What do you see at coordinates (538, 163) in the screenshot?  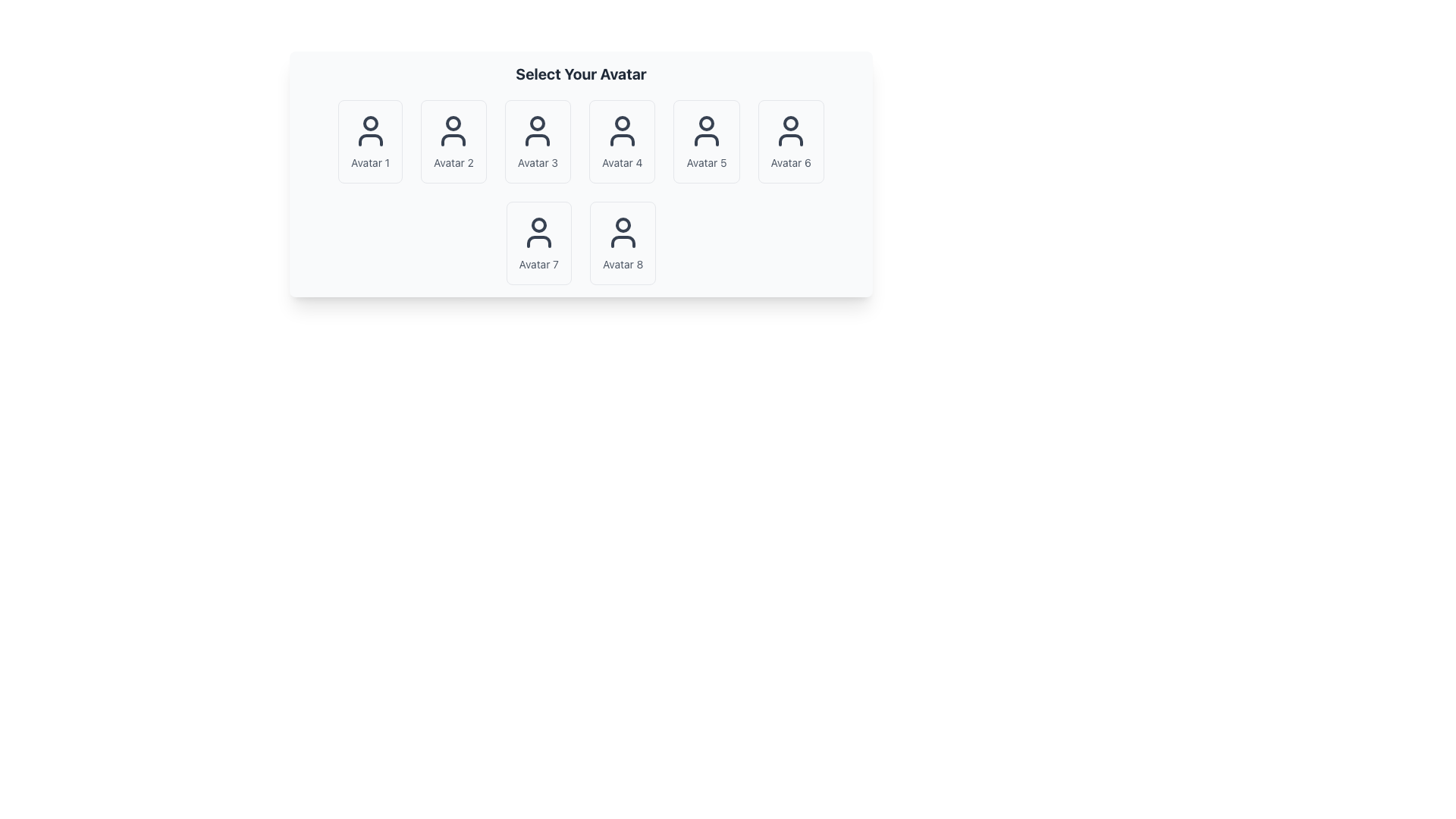 I see `the text label reading 'Avatar 3', which is styled with a smaller font size and muted gray color, located beneath the user avatar icon in the grid layout` at bounding box center [538, 163].